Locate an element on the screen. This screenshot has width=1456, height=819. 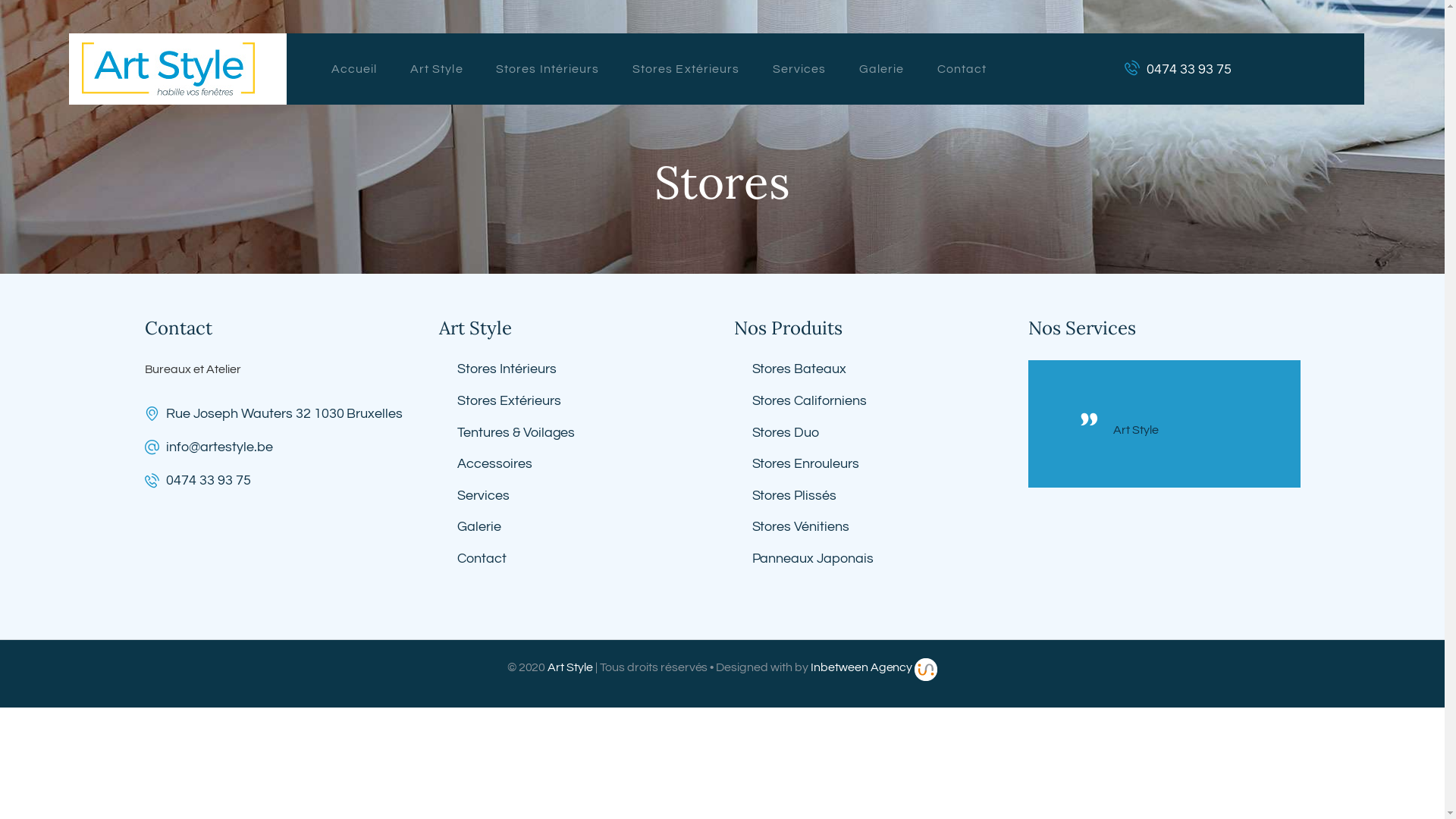
'Accueil' is located at coordinates (353, 69).